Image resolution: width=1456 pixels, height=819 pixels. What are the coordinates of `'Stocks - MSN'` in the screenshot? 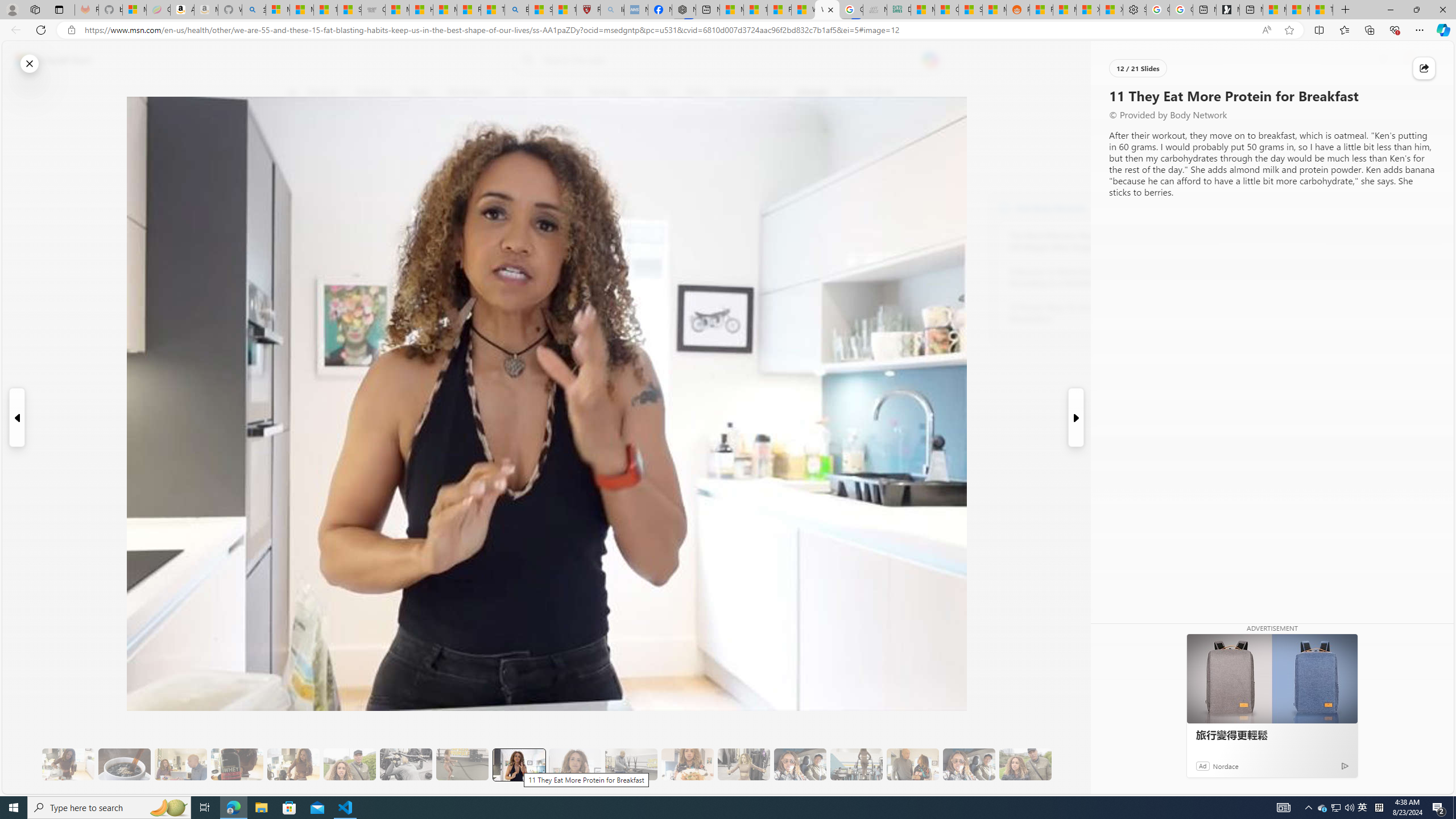 It's located at (970, 9).